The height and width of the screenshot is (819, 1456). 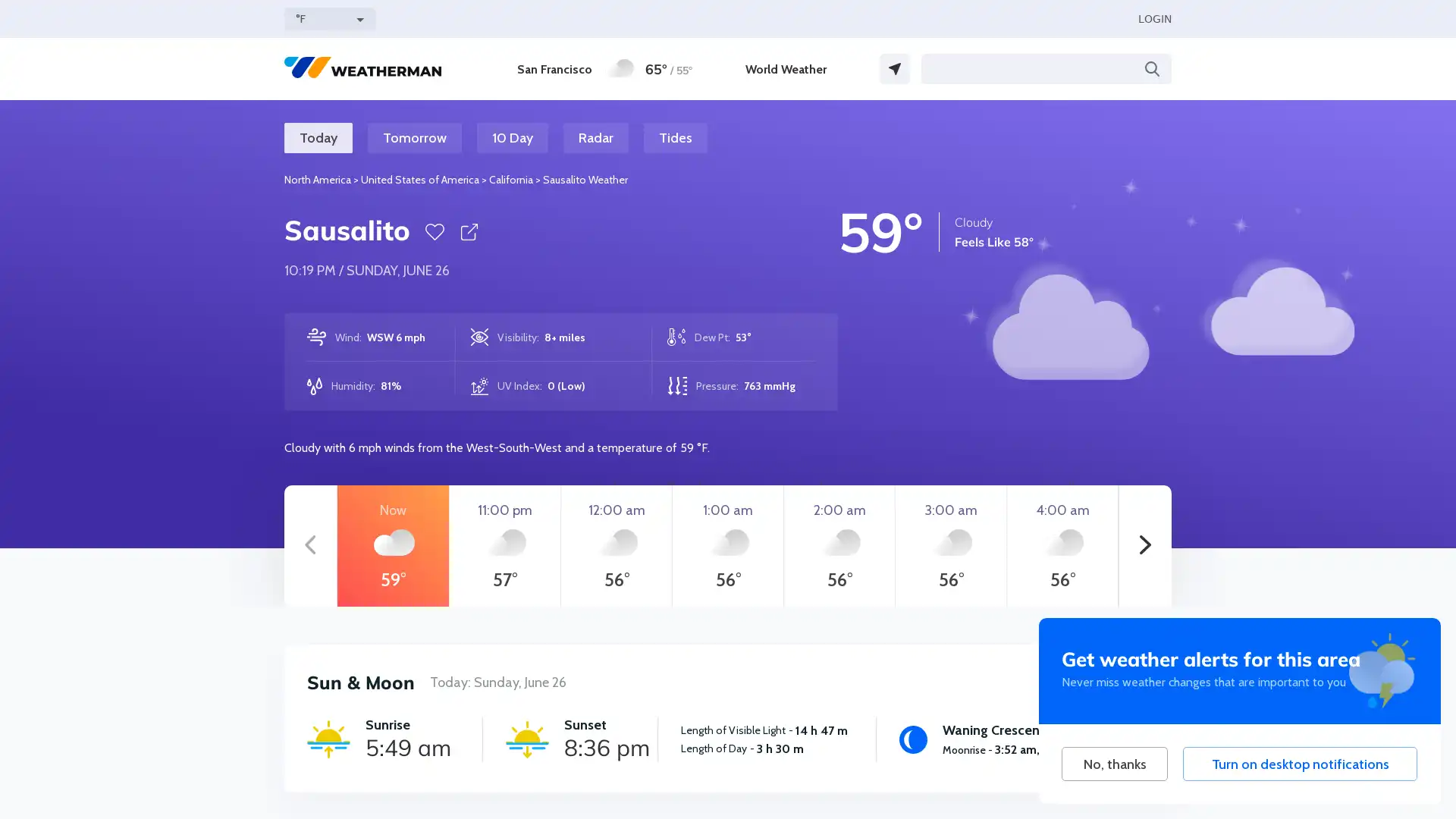 I want to click on No, thanks, so click(x=1114, y=764).